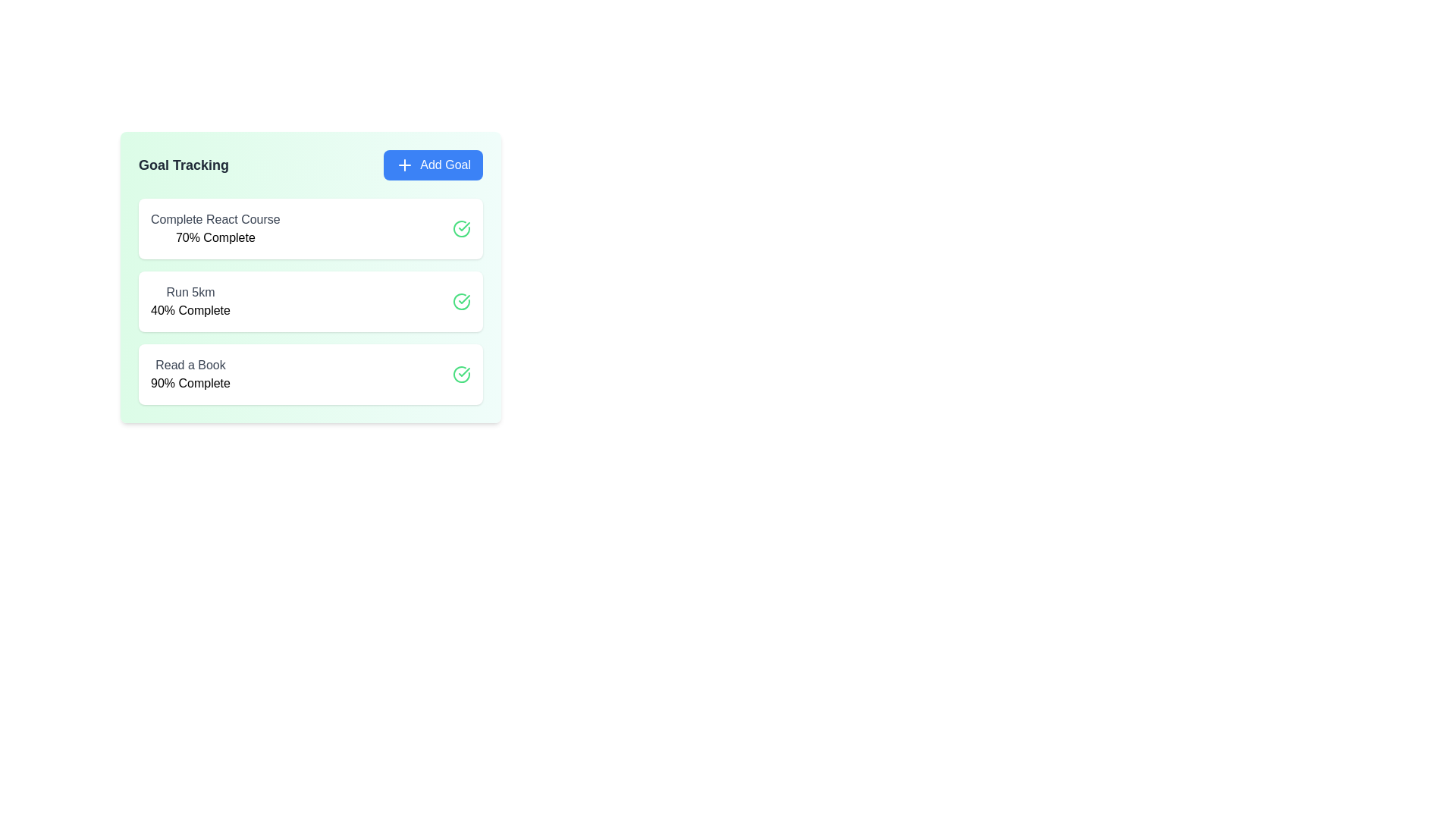 This screenshot has width=1456, height=819. What do you see at coordinates (461, 301) in the screenshot?
I see `the green circular icon with a checkmark that signifies a completed task, located to the right of the 'Run 5km' text and below the 'Complete React Course' section` at bounding box center [461, 301].